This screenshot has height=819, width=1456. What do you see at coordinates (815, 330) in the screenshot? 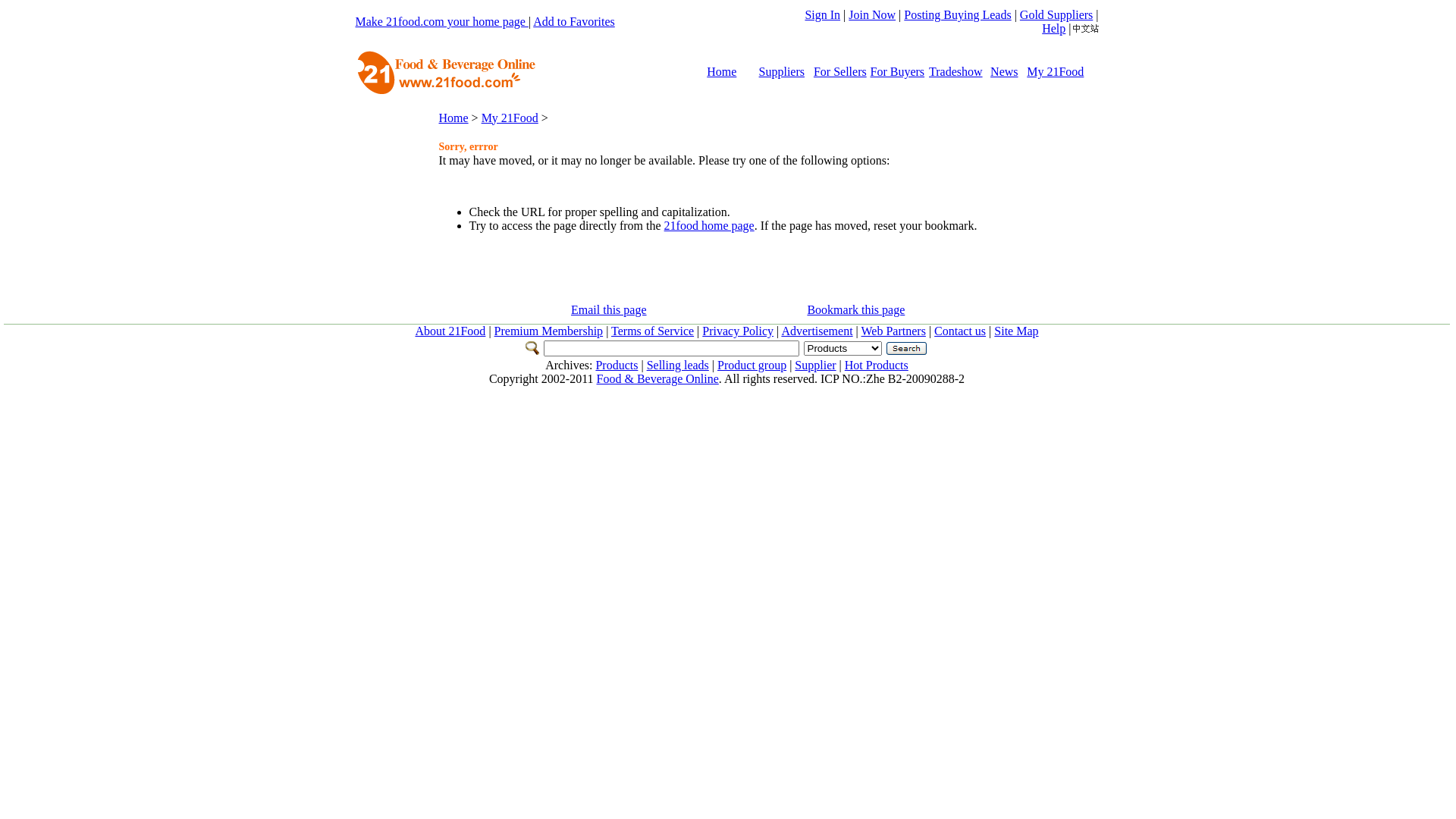
I see `'Advertisement'` at bounding box center [815, 330].